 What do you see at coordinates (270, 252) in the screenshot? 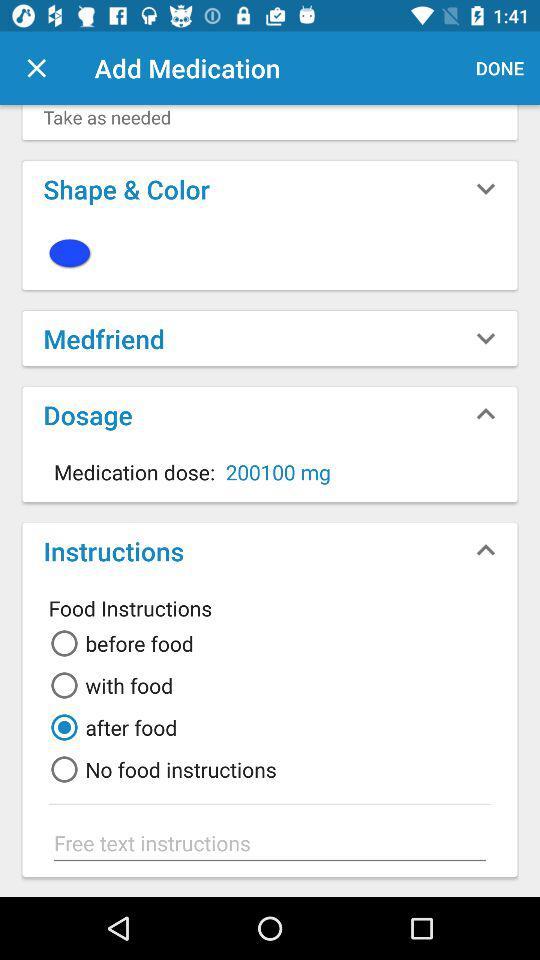
I see `icon` at bounding box center [270, 252].